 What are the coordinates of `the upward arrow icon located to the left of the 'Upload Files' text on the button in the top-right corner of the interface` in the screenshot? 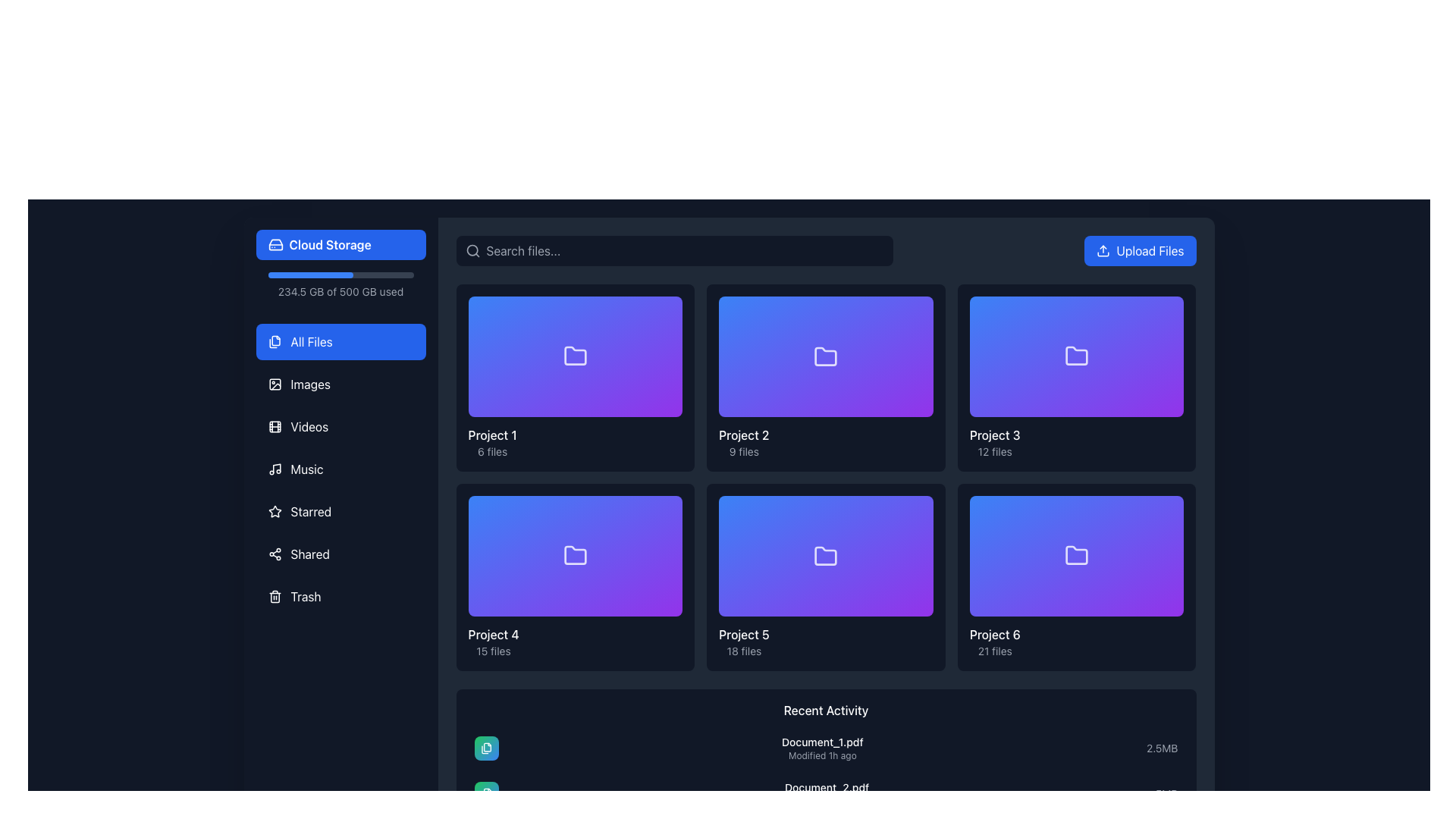 It's located at (1103, 250).